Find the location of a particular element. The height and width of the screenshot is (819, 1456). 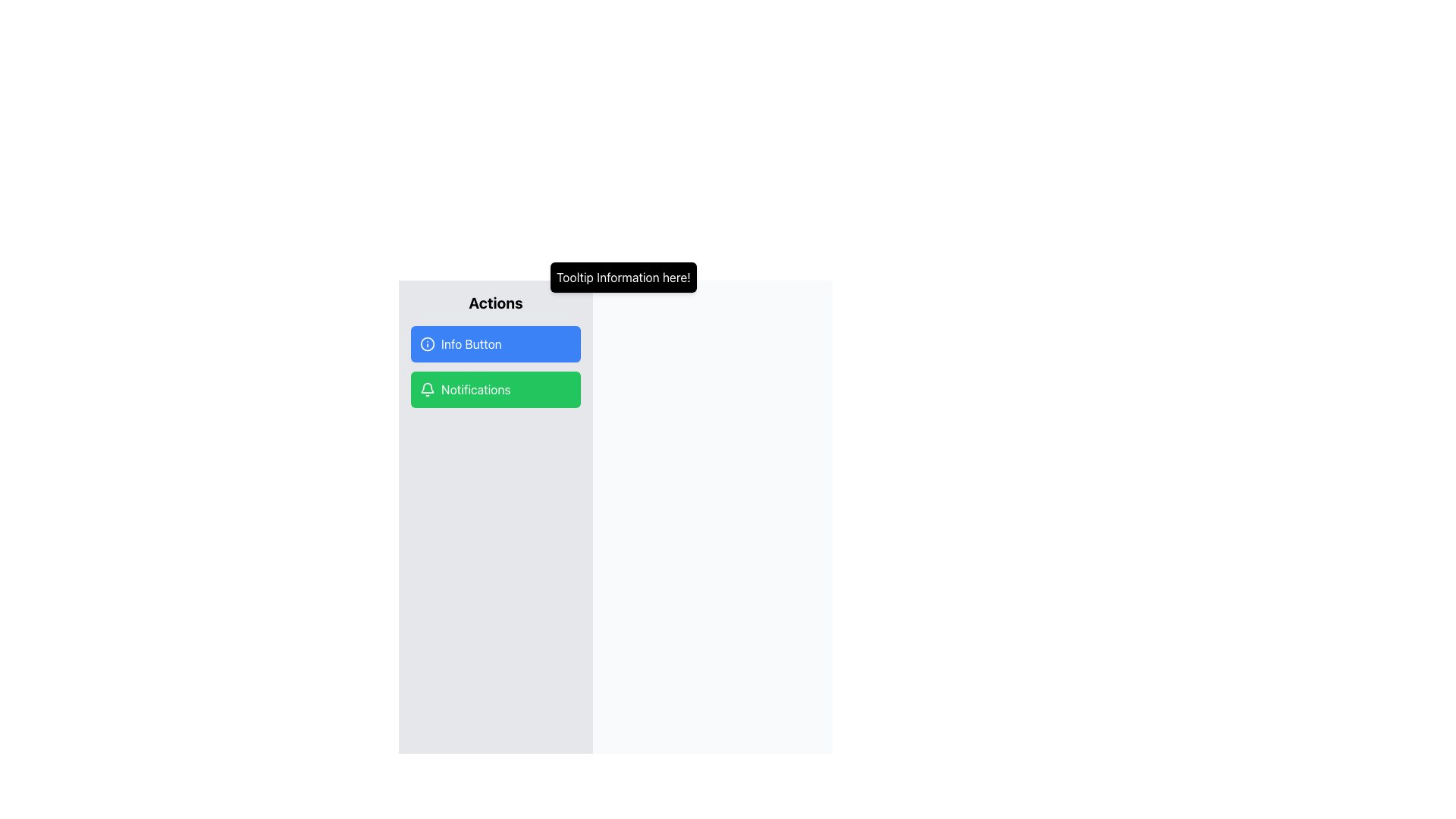

the notification icon located within the green 'Notifications' button under the blue 'Info Button' is located at coordinates (427, 388).